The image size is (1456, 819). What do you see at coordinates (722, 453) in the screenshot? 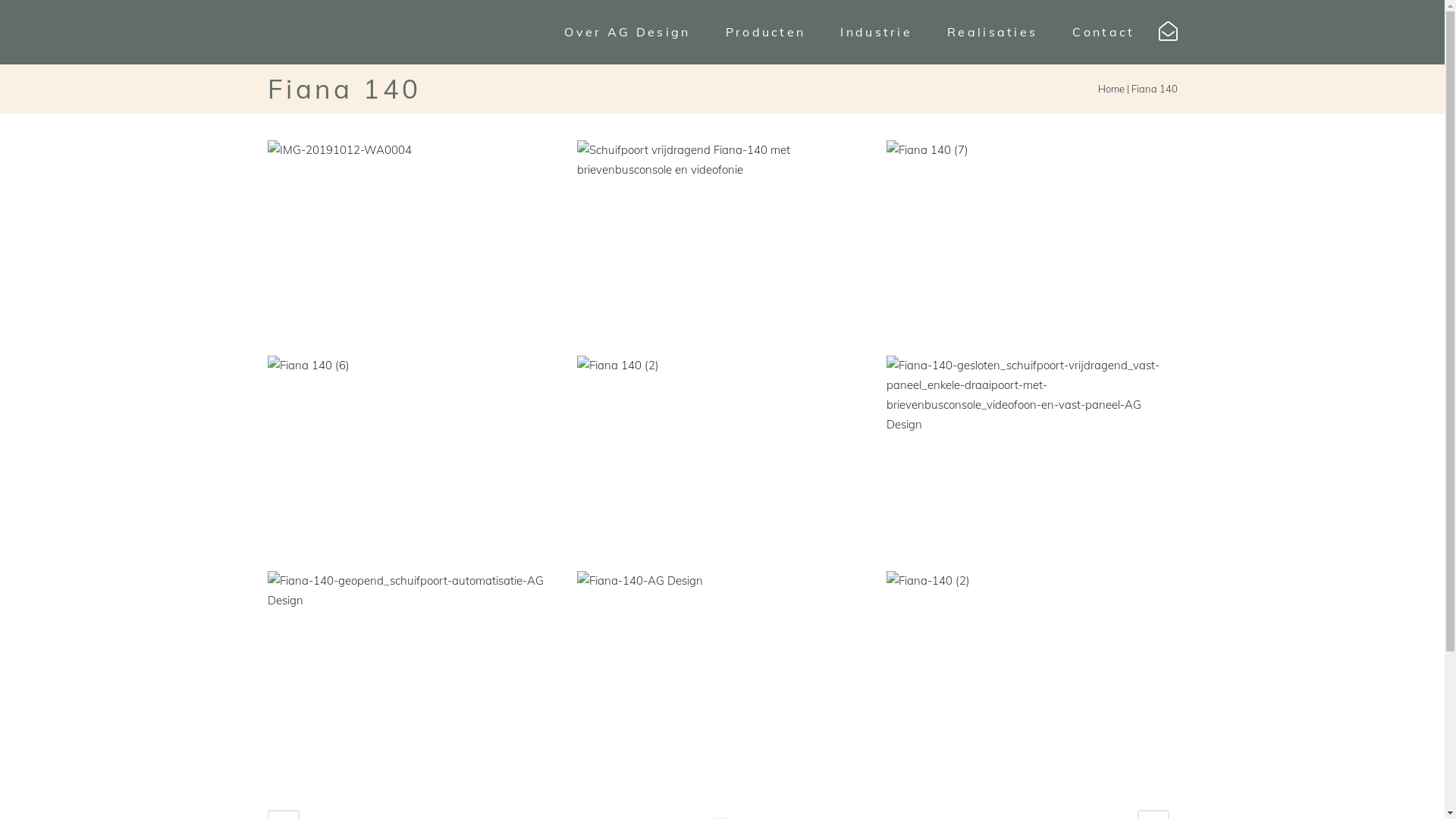
I see `'Fiana 140 (2)'` at bounding box center [722, 453].